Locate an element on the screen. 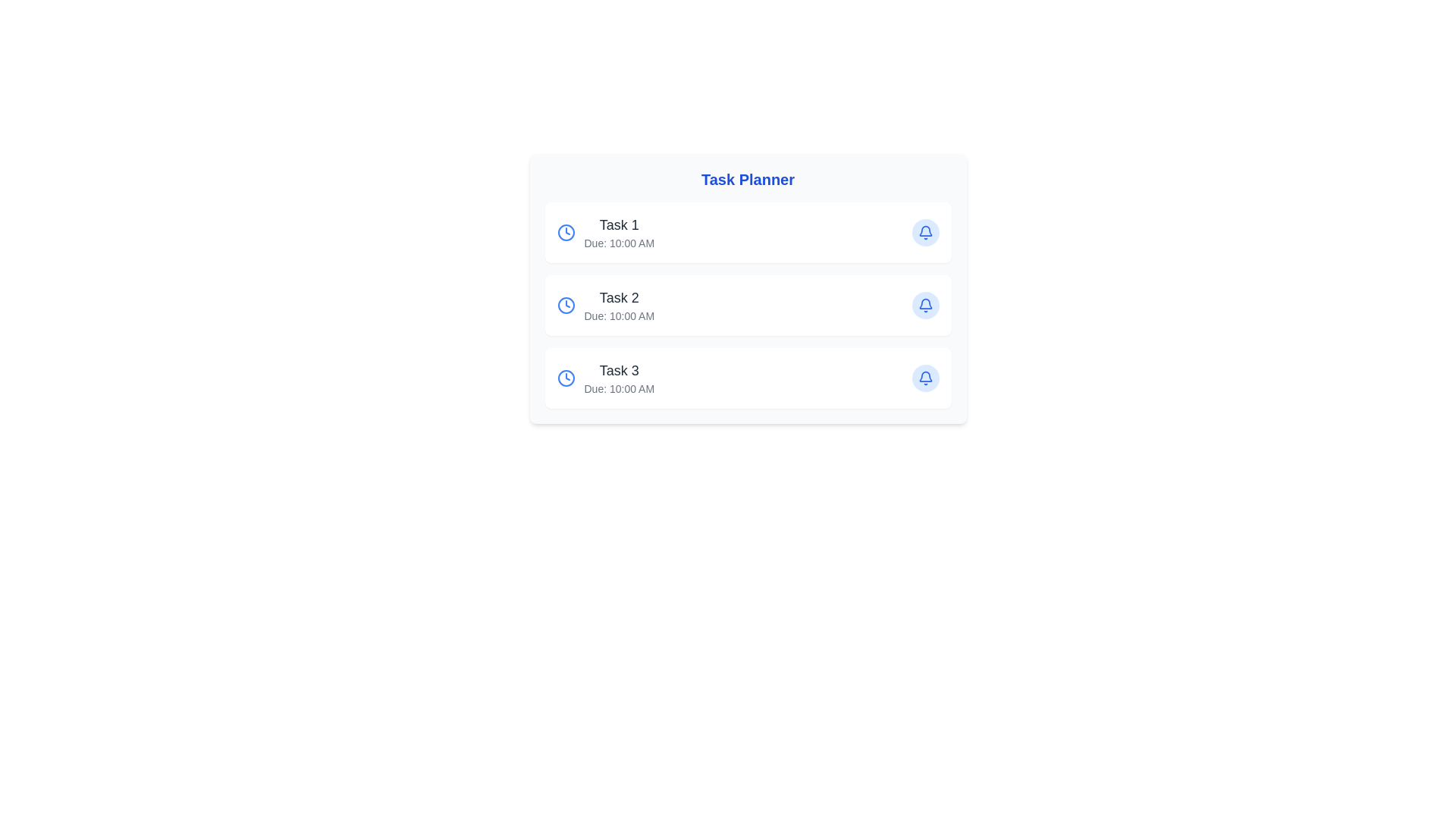  the heading text for the task item is located at coordinates (619, 298).